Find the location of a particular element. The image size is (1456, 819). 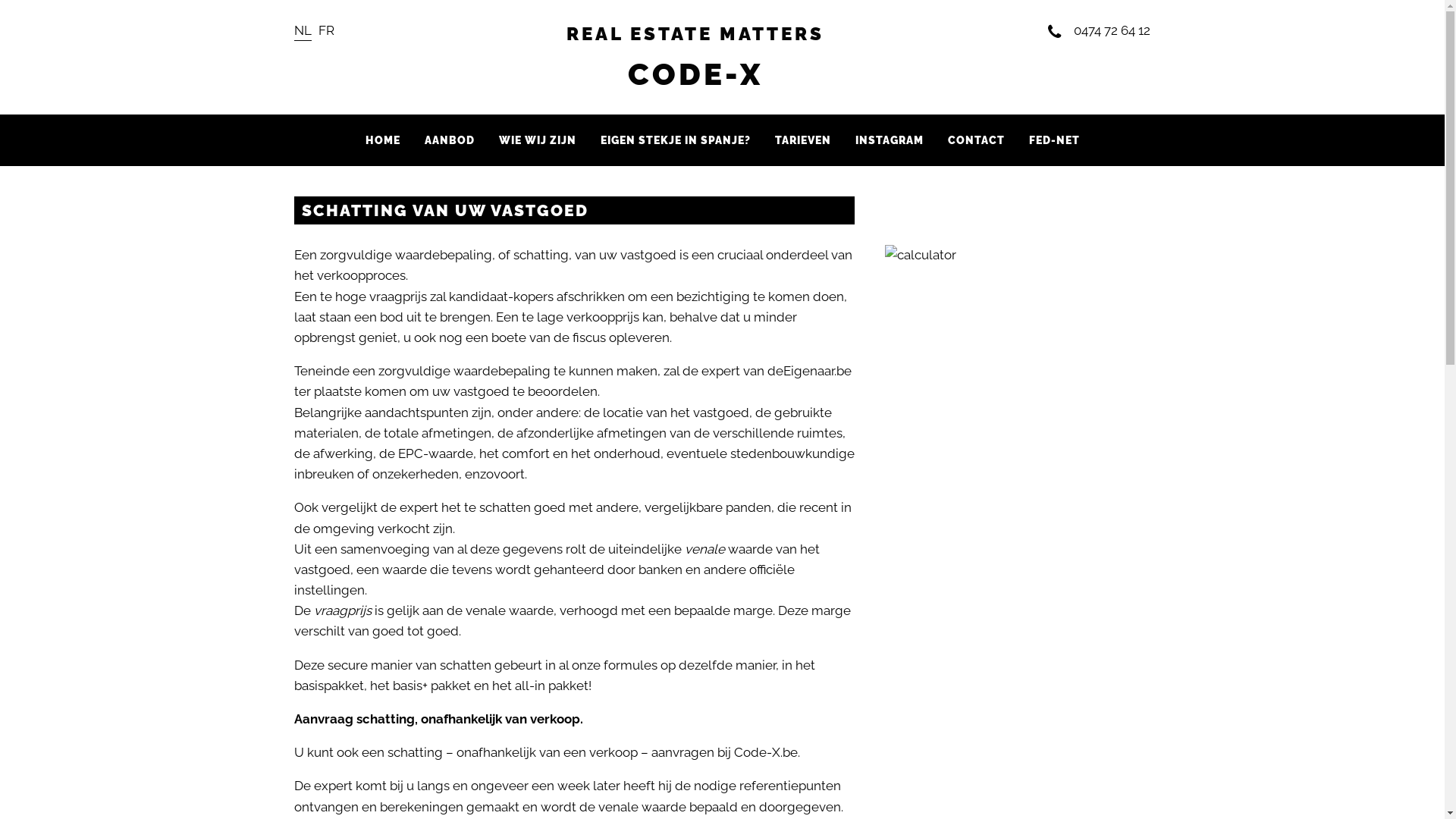

'AANBOD' is located at coordinates (449, 140).